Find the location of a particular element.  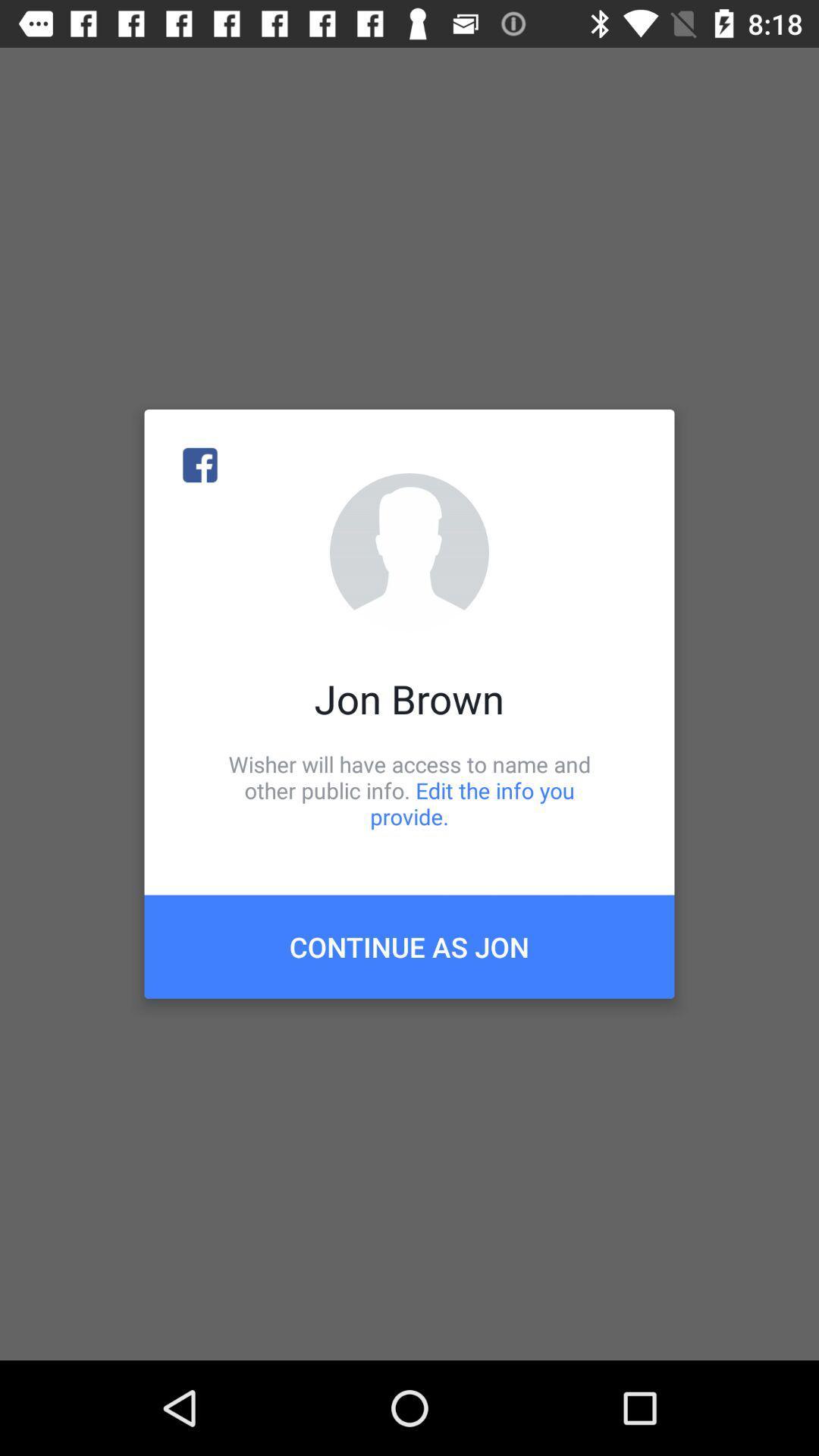

wisher will have is located at coordinates (409, 789).